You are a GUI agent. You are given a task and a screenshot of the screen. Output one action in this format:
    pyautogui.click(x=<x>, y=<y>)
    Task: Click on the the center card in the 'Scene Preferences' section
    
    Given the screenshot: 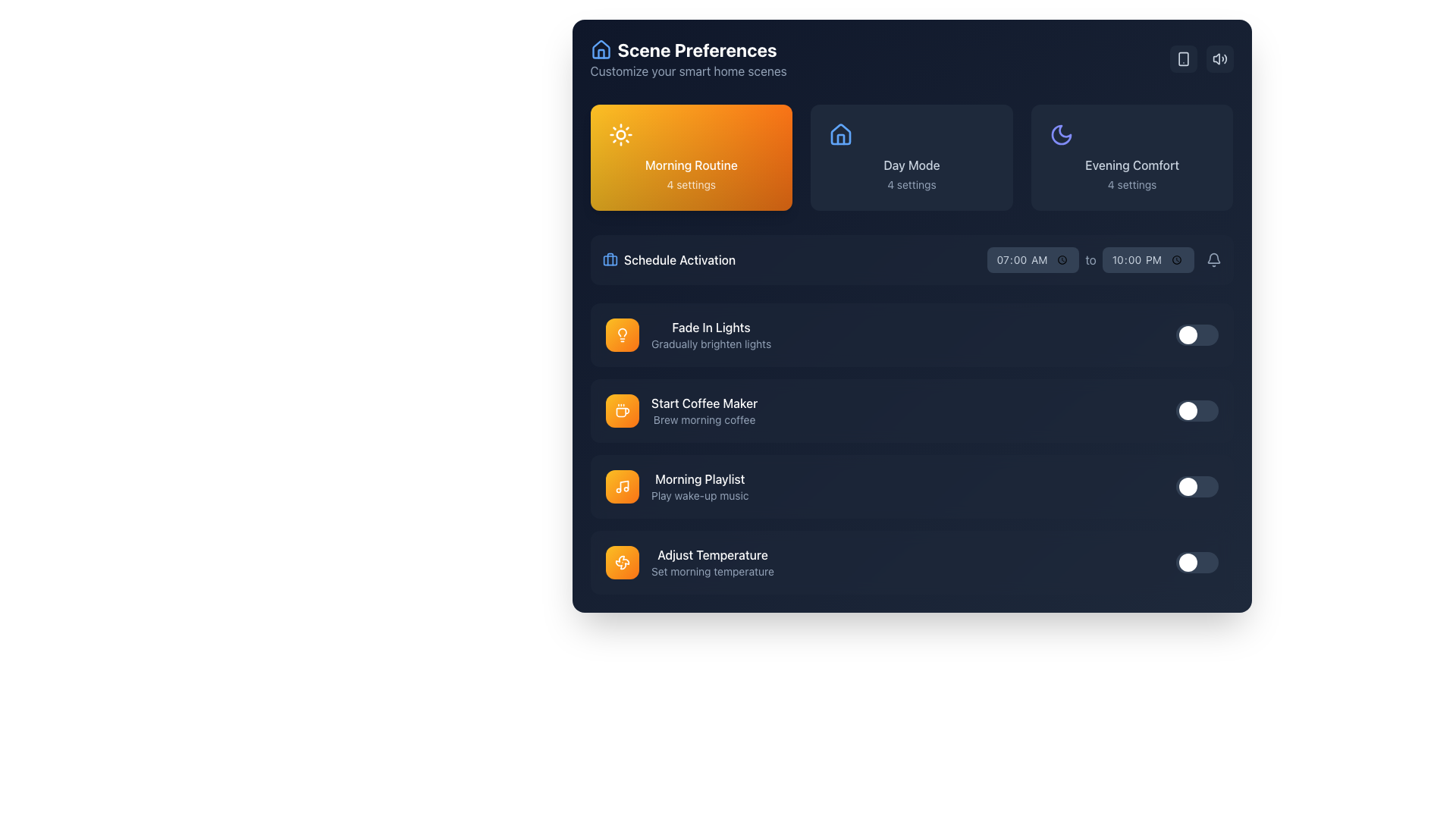 What is the action you would take?
    pyautogui.click(x=911, y=158)
    